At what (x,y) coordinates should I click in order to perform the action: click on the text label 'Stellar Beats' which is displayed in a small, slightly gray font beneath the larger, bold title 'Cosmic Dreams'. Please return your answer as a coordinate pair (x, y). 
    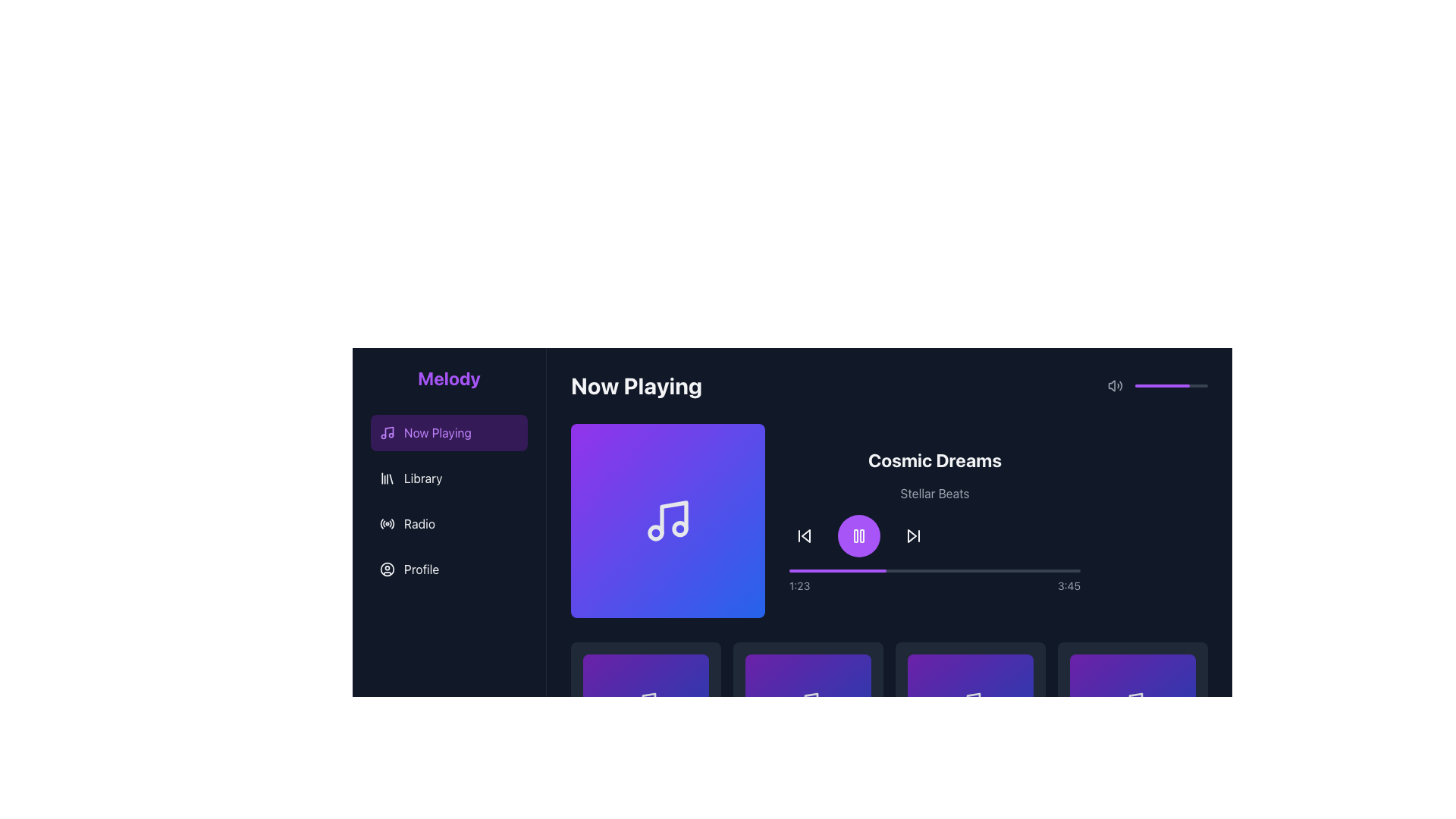
    Looking at the image, I should click on (934, 494).